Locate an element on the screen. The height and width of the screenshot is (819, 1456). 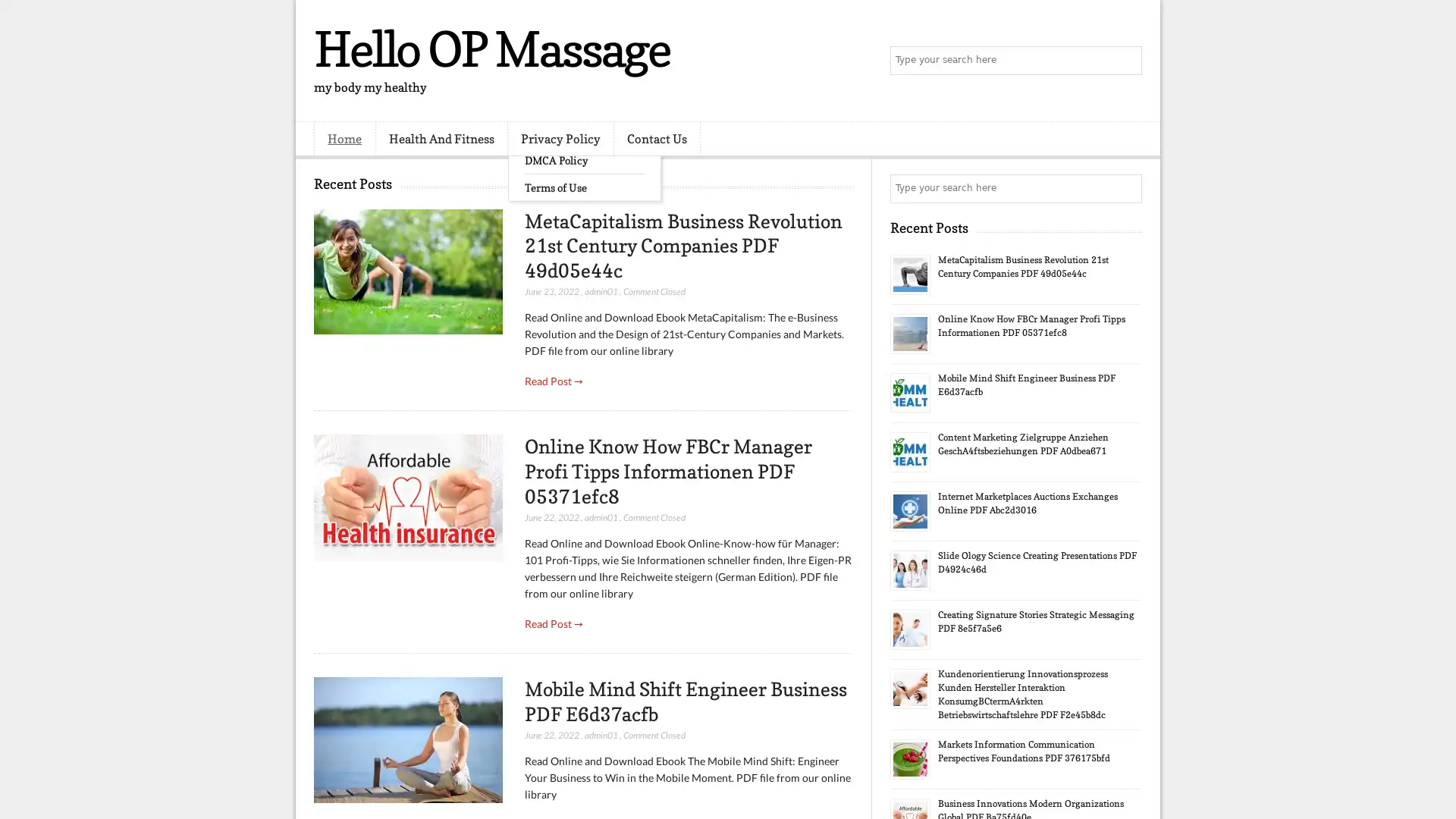
Search is located at coordinates (1126, 61).